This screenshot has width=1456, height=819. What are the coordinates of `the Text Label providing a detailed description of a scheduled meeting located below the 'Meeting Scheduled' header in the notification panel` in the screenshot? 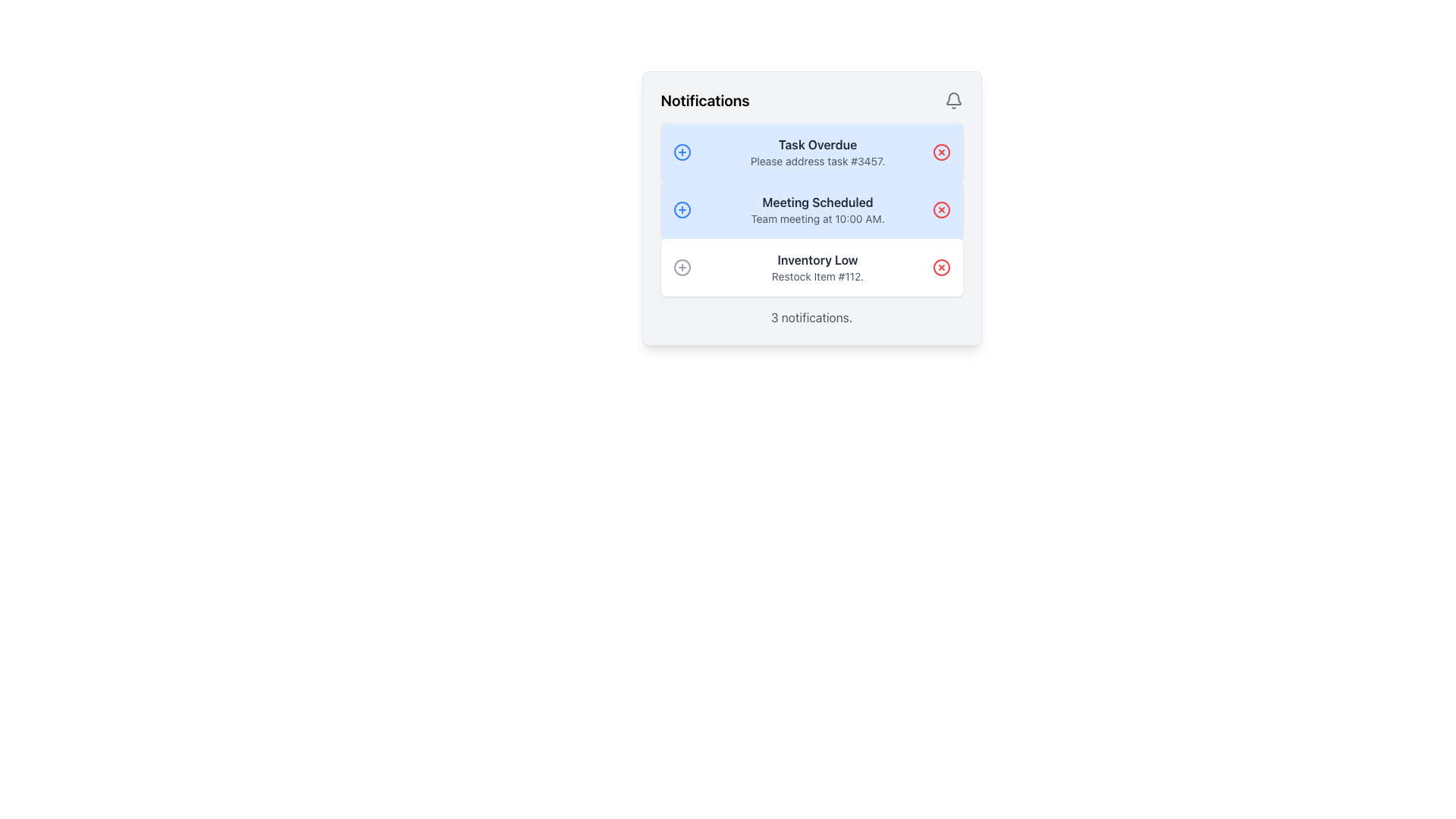 It's located at (817, 219).